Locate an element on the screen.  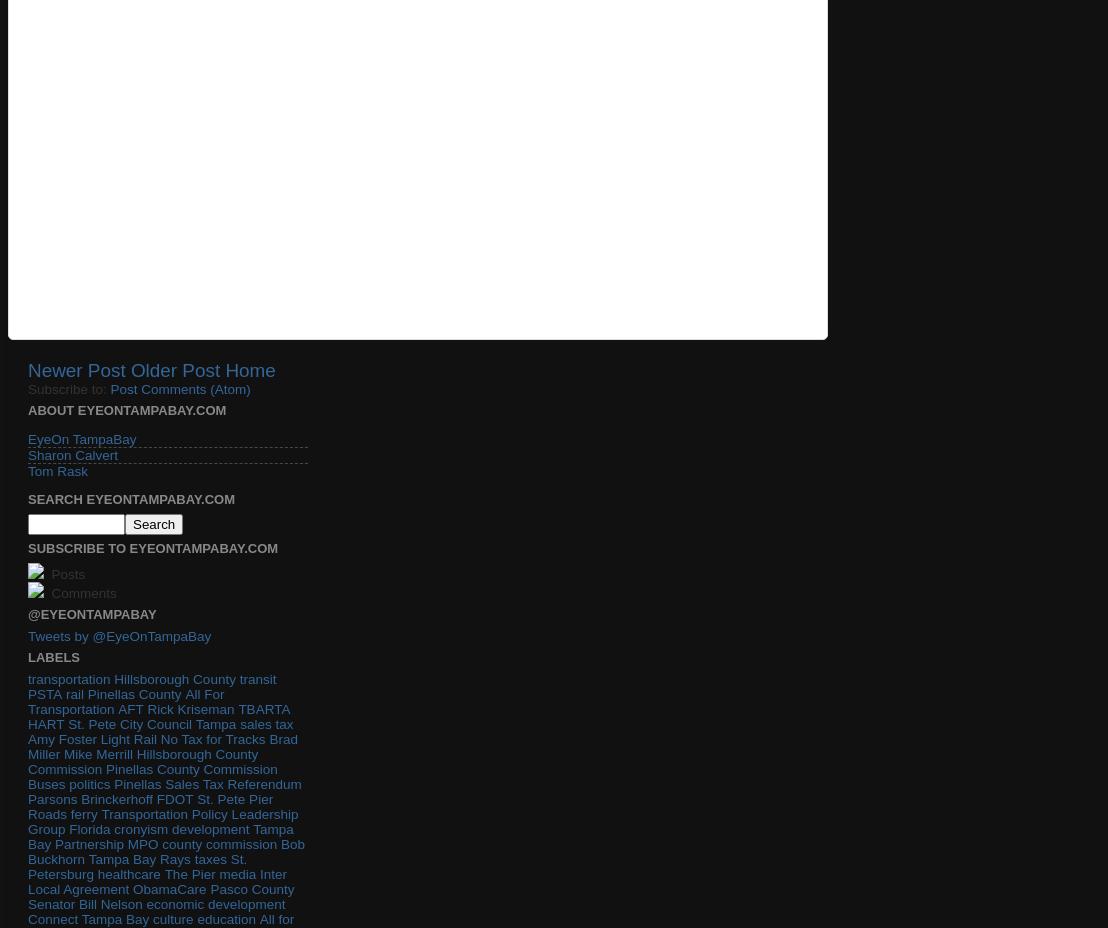
'Transportation Policy Leadership Group' is located at coordinates (161, 821).